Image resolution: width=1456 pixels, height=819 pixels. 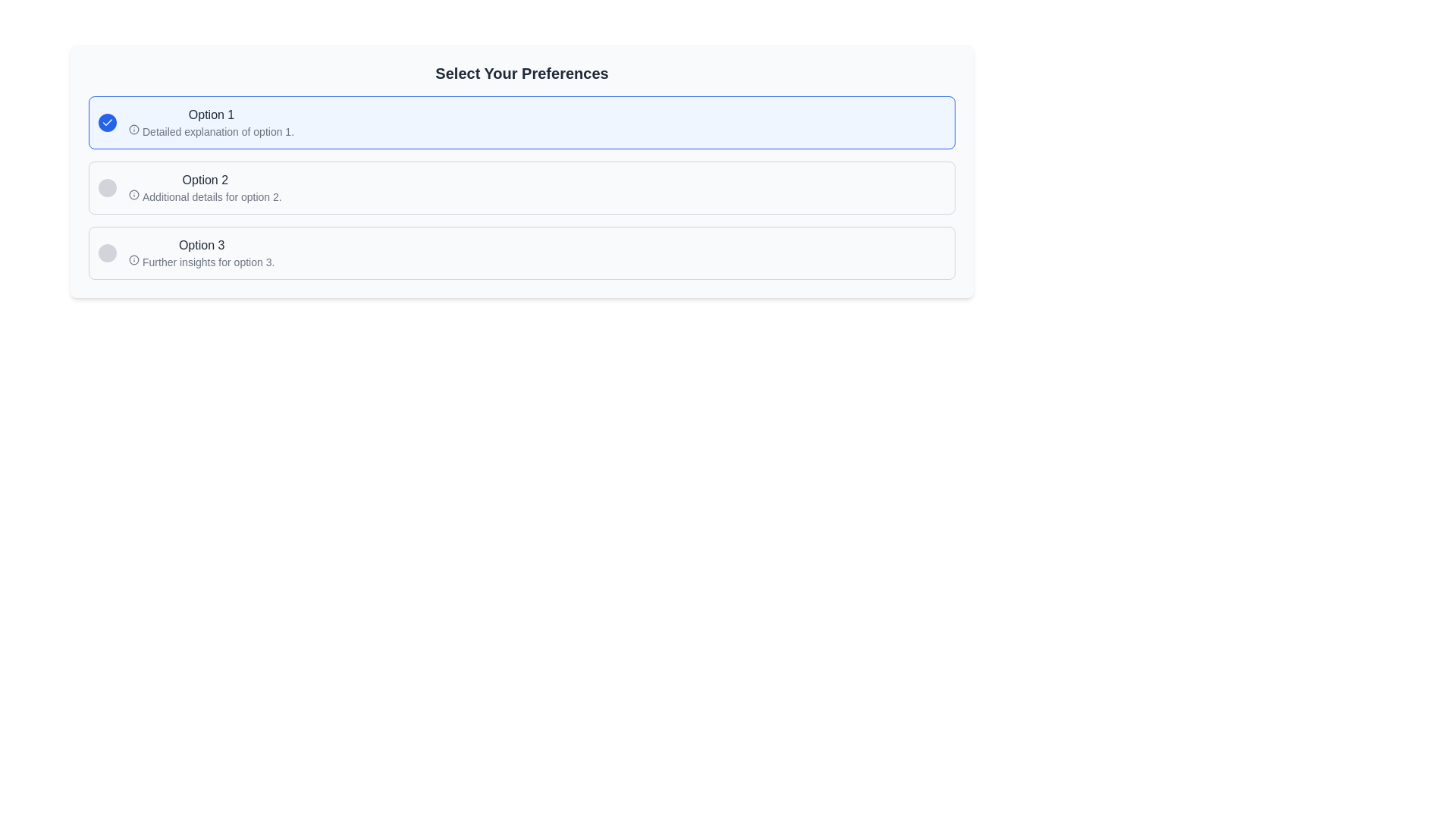 I want to click on the SVG circle component at the center of the informational icon, so click(x=134, y=128).